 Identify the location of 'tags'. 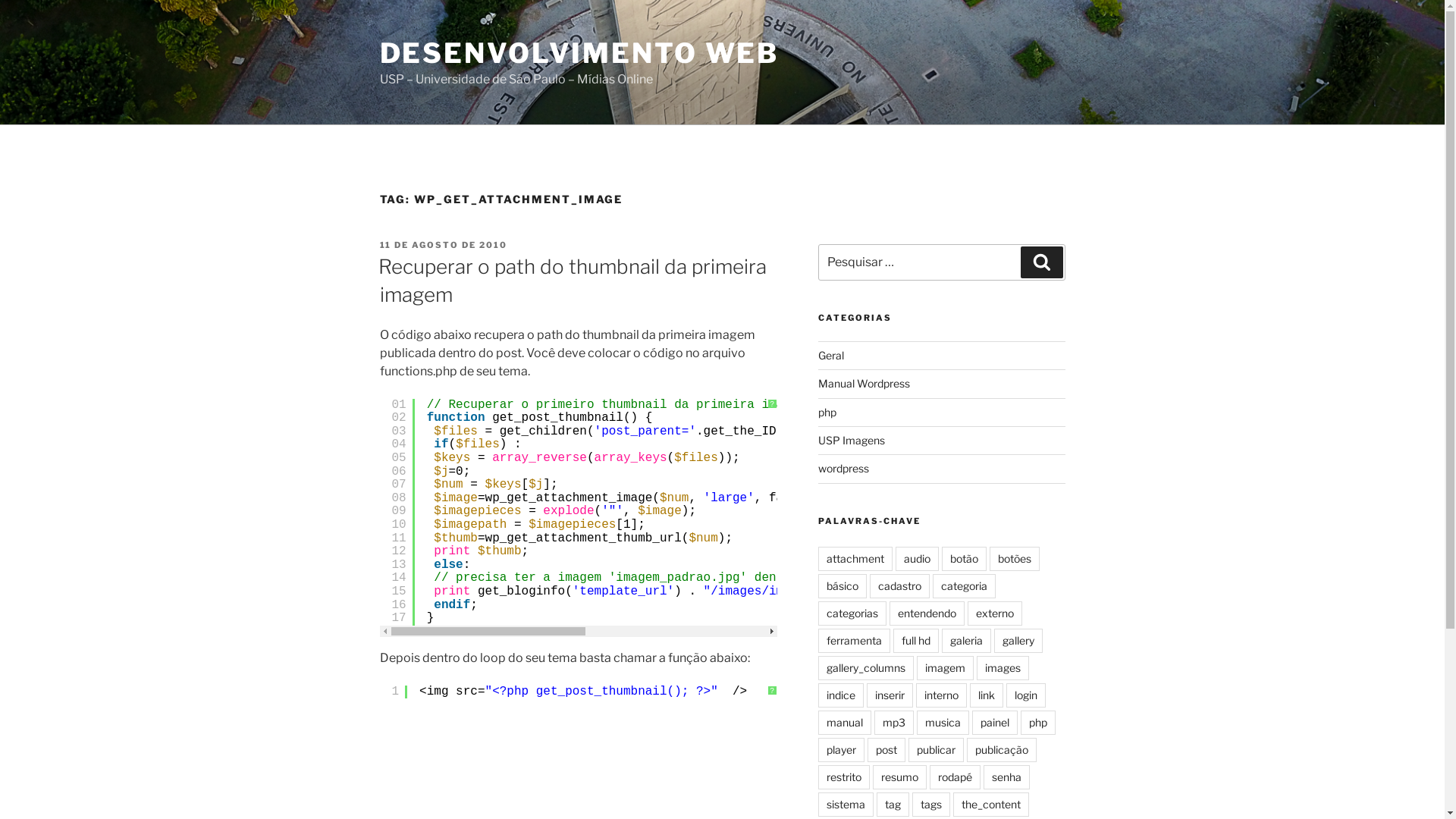
(930, 803).